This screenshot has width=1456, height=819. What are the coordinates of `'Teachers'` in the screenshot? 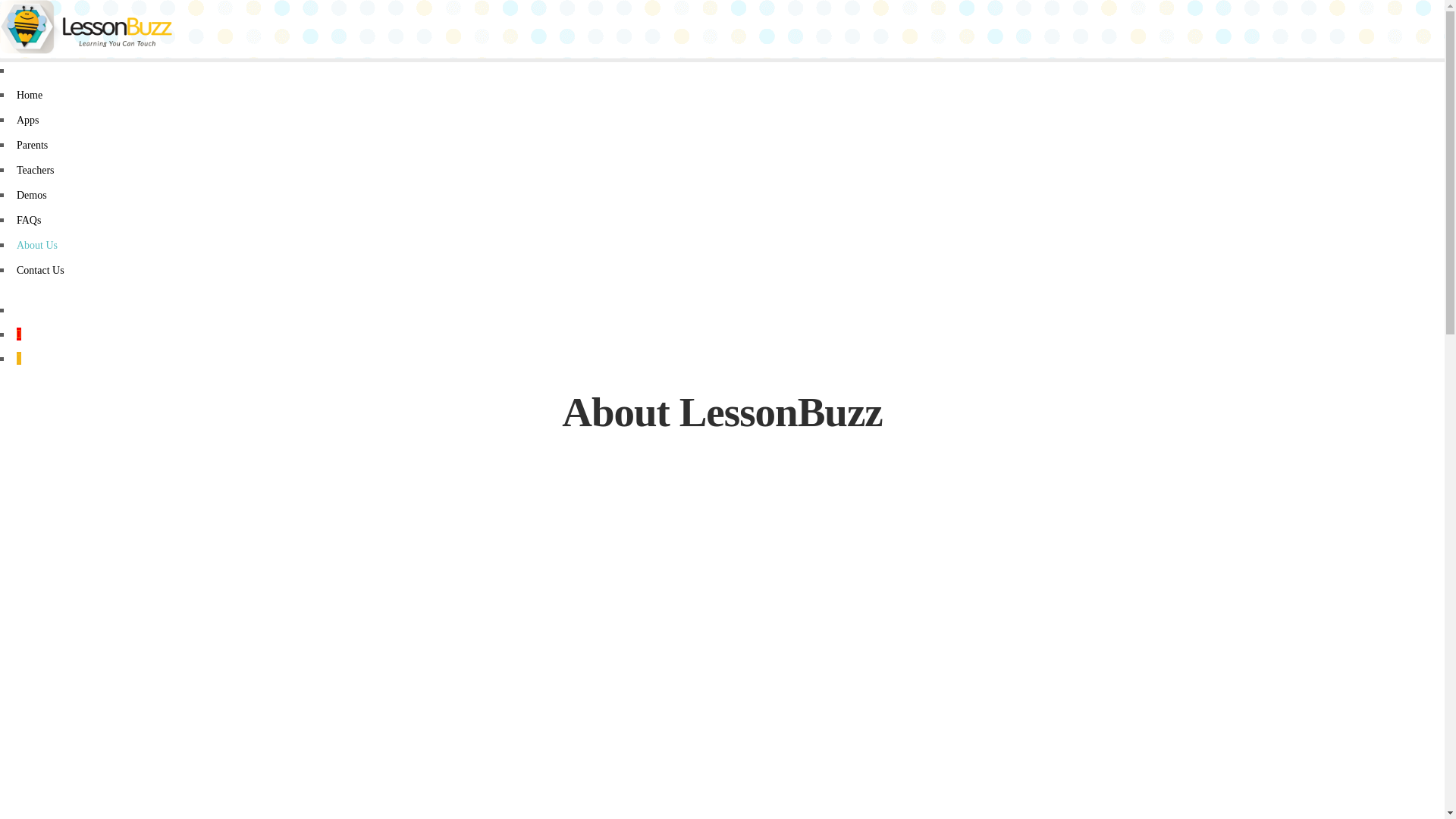 It's located at (36, 170).